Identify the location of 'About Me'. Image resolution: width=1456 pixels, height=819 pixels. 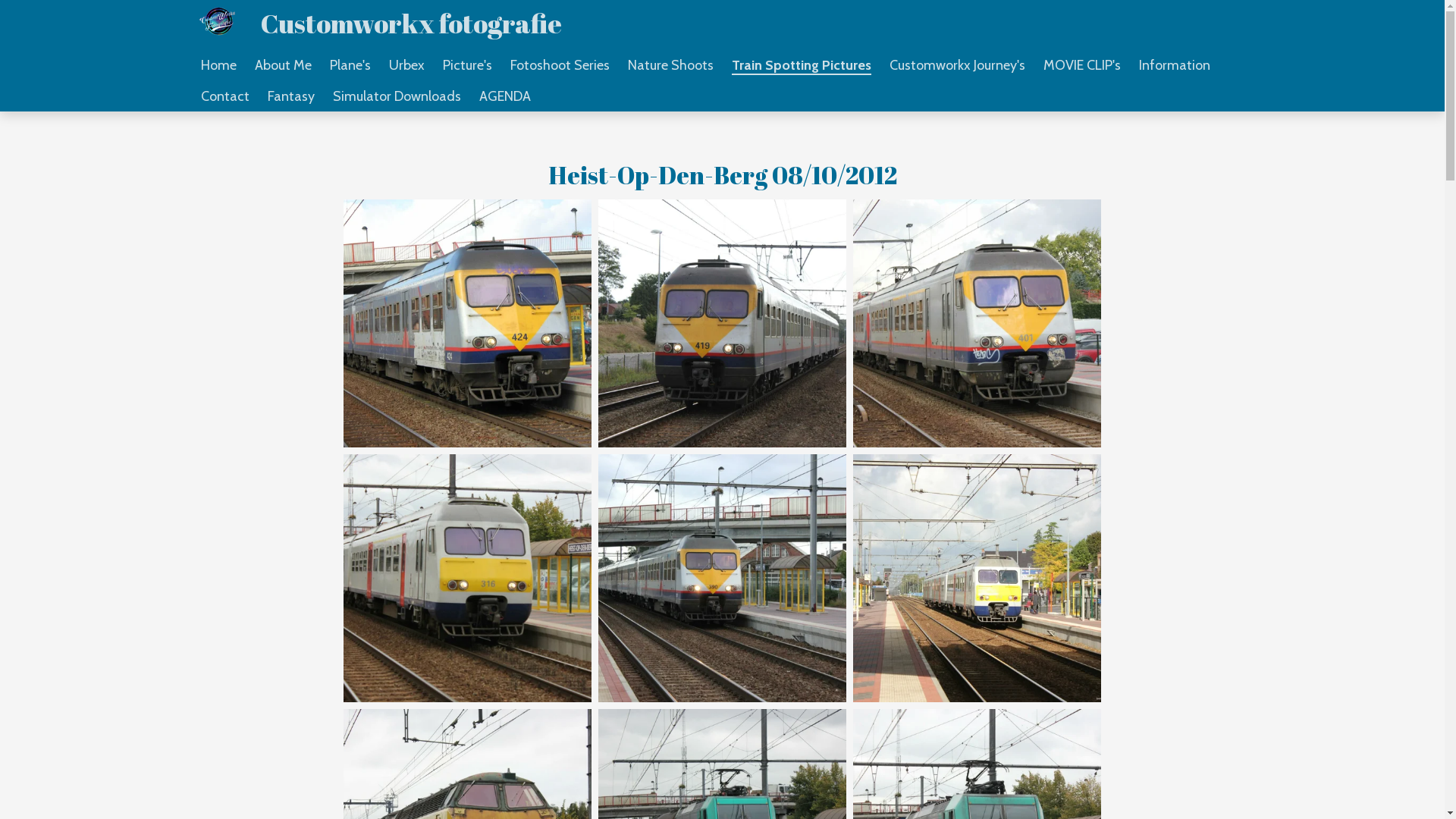
(283, 64).